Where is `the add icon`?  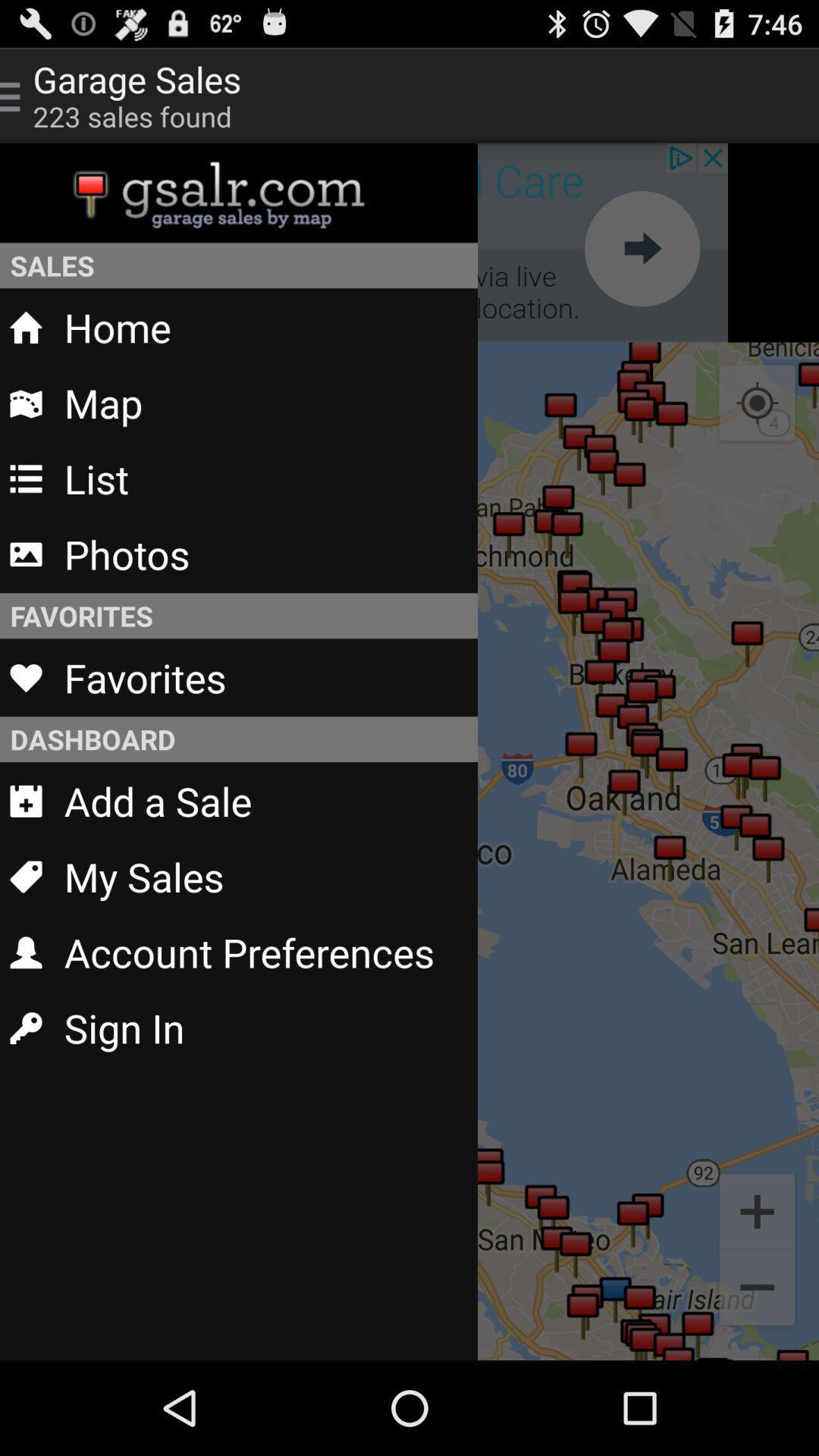
the add icon is located at coordinates (757, 1294).